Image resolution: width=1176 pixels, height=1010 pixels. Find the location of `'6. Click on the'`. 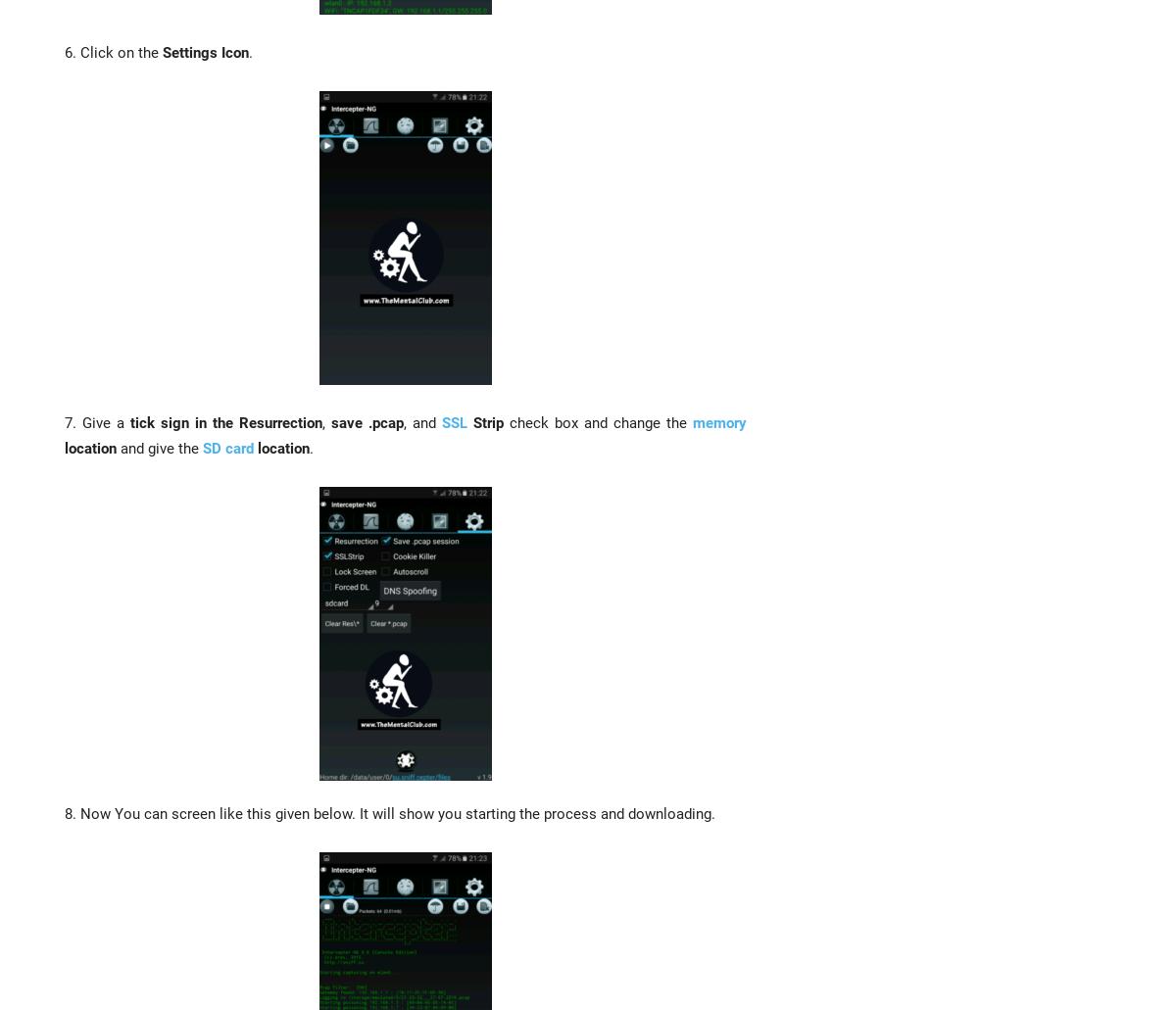

'6. Click on the' is located at coordinates (114, 51).